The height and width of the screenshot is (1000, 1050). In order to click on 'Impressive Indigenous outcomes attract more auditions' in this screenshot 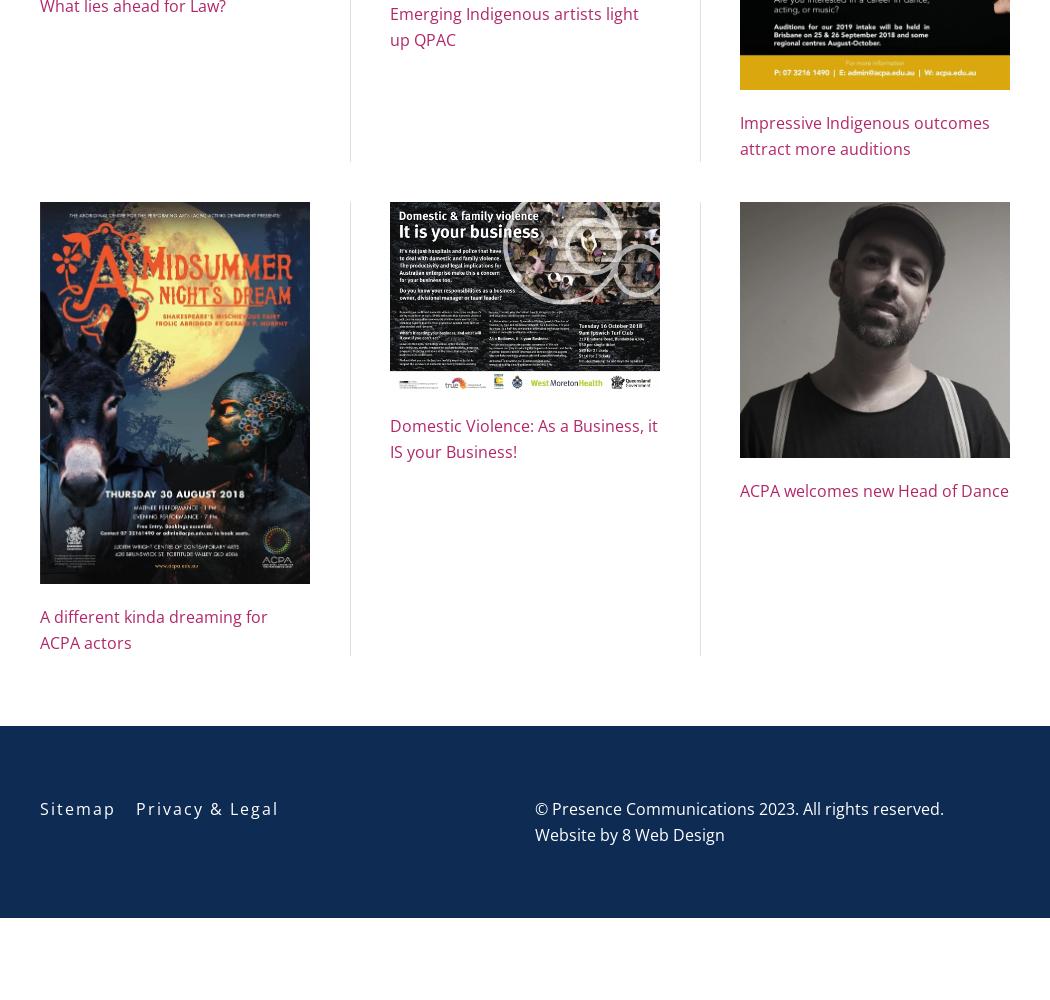, I will do `click(863, 135)`.